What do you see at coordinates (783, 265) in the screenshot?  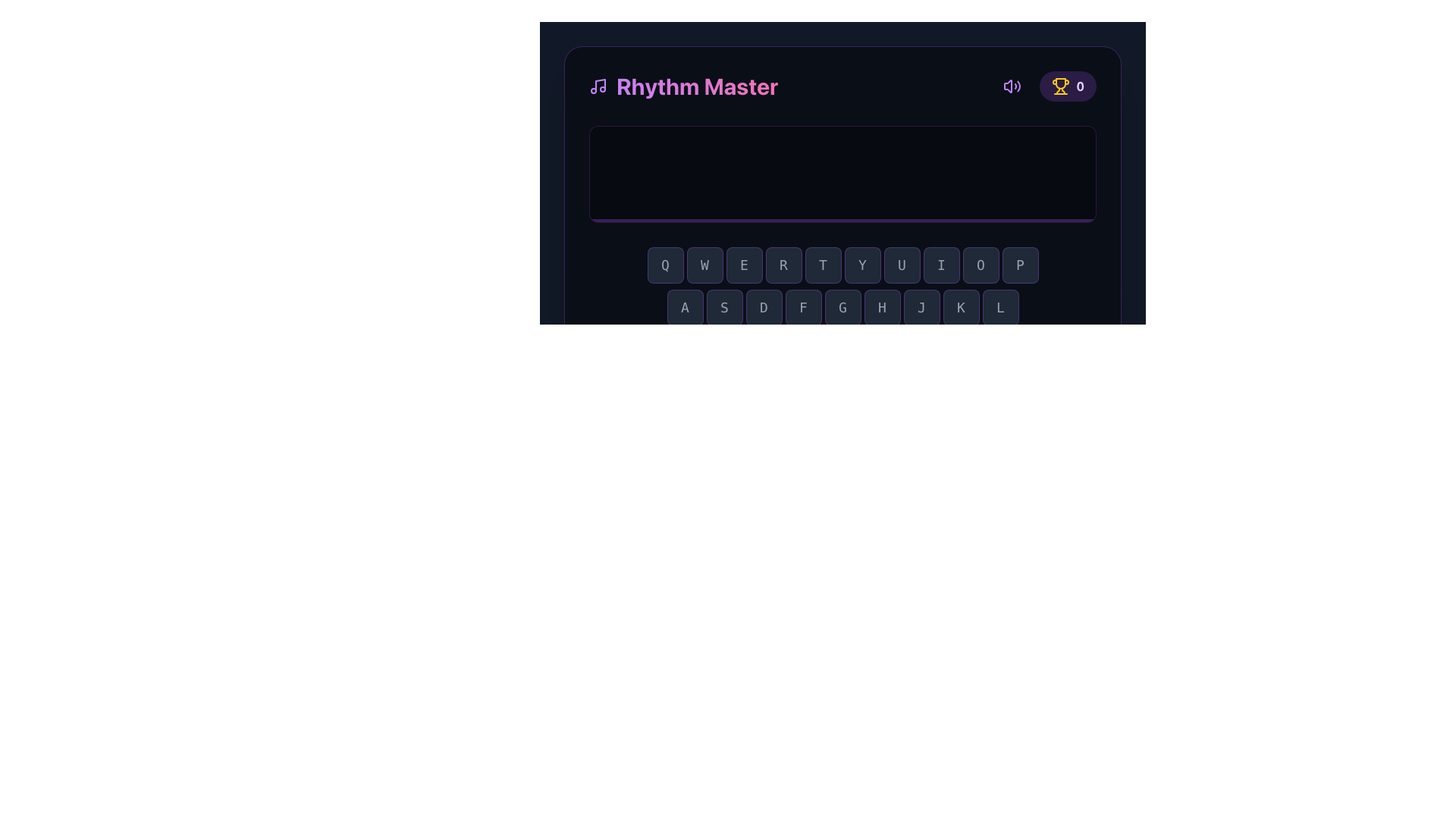 I see `the keyboard button representing the letter 'R', which is the fourth button in the row of 'QWERTYUIOP'` at bounding box center [783, 265].